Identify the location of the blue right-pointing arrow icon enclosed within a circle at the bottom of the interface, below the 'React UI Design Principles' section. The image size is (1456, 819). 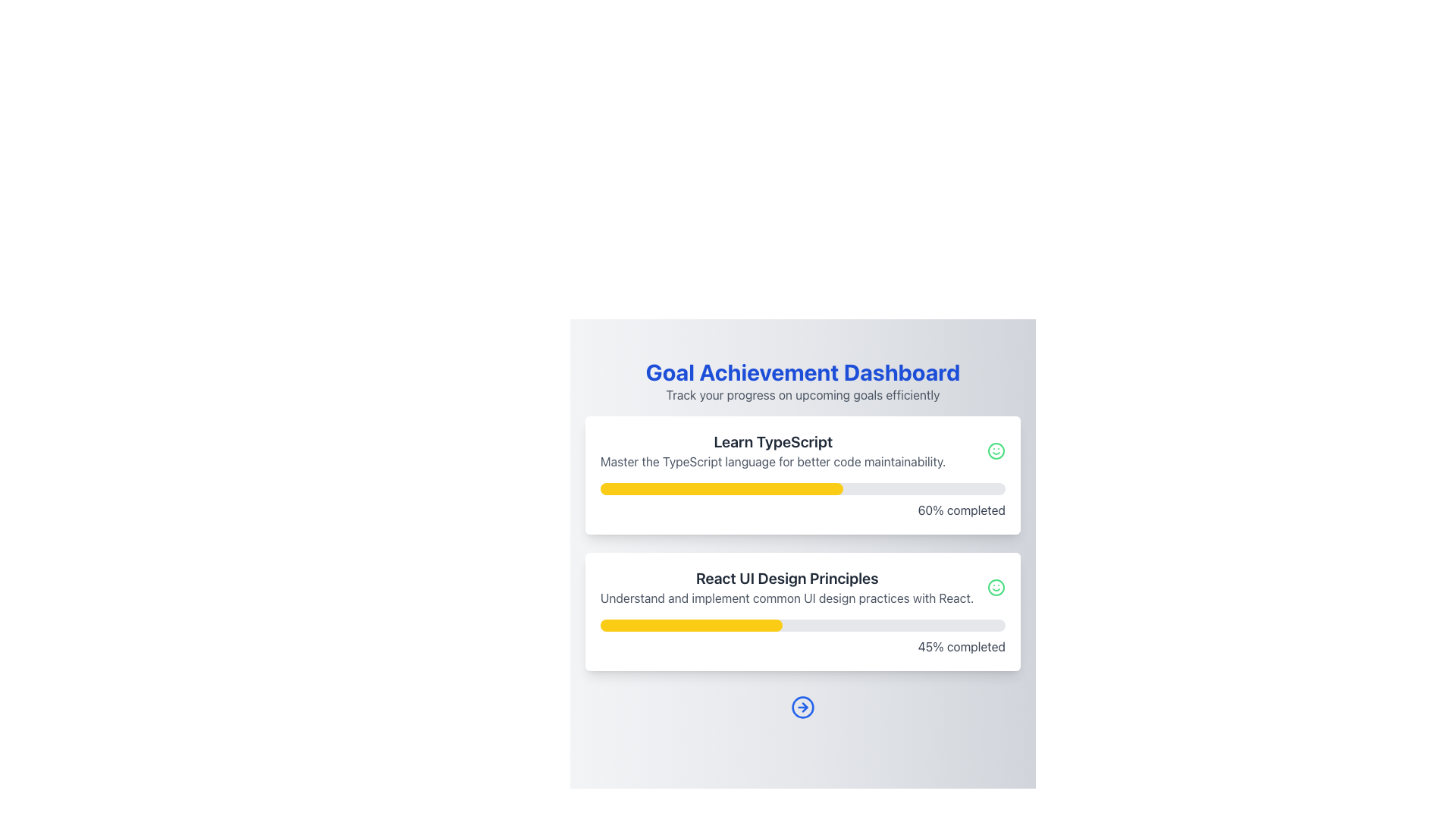
(802, 708).